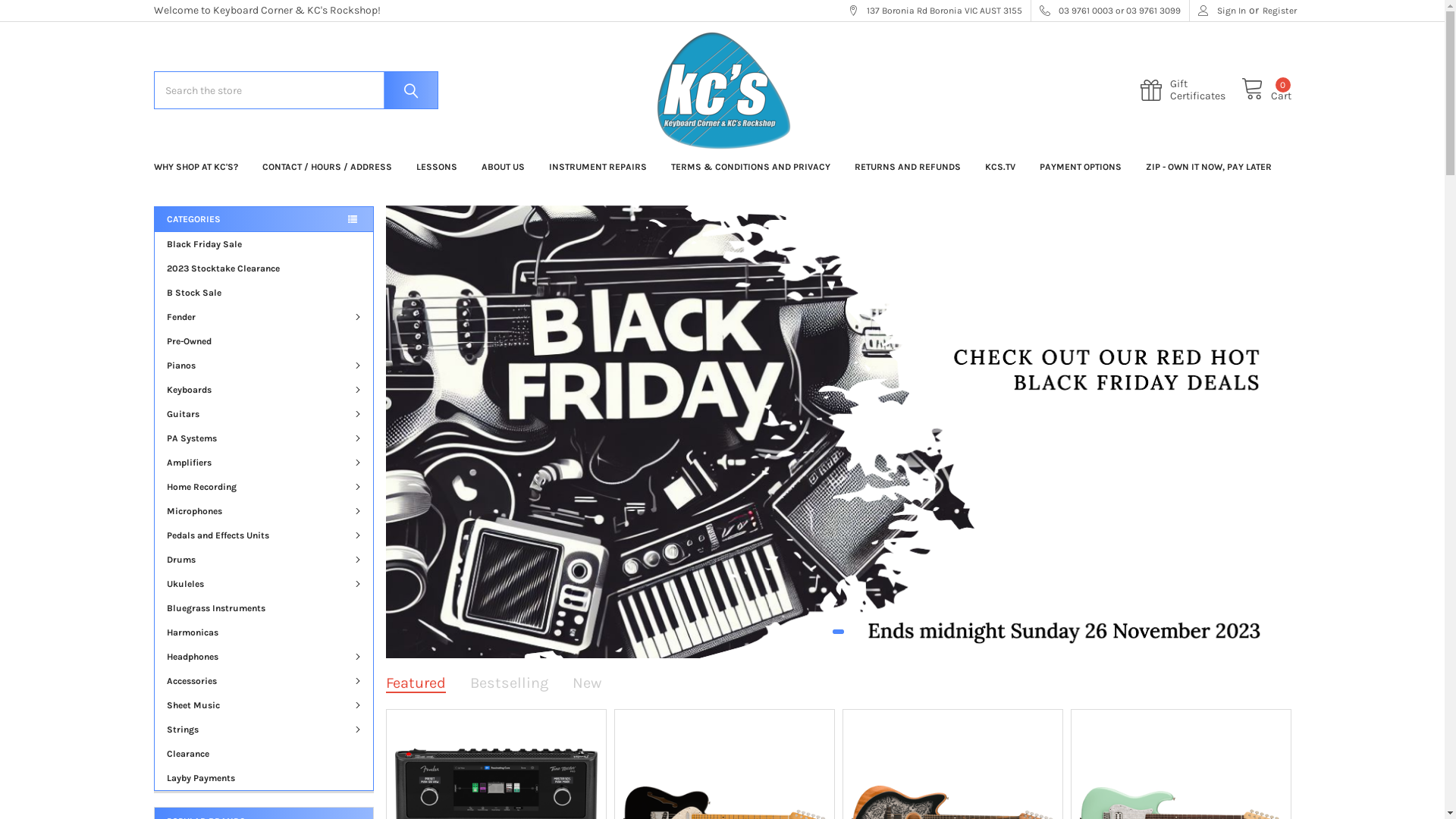 The image size is (1456, 819). Describe the element at coordinates (658, 166) in the screenshot. I see `'TERMS & CONDITIONS AND PRIVACY'` at that location.